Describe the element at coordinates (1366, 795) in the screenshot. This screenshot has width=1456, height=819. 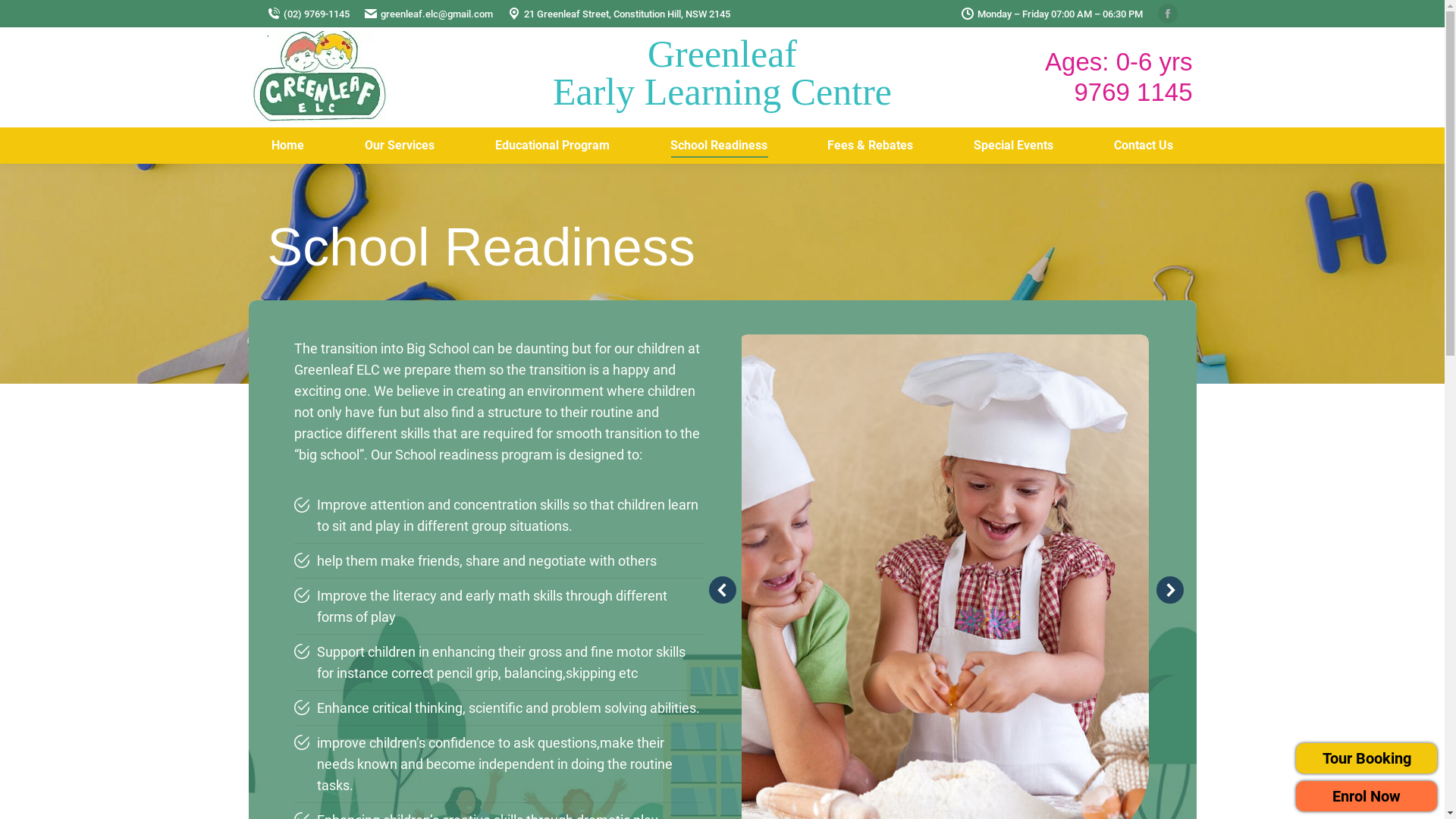
I see `'Enrol Now'` at that location.